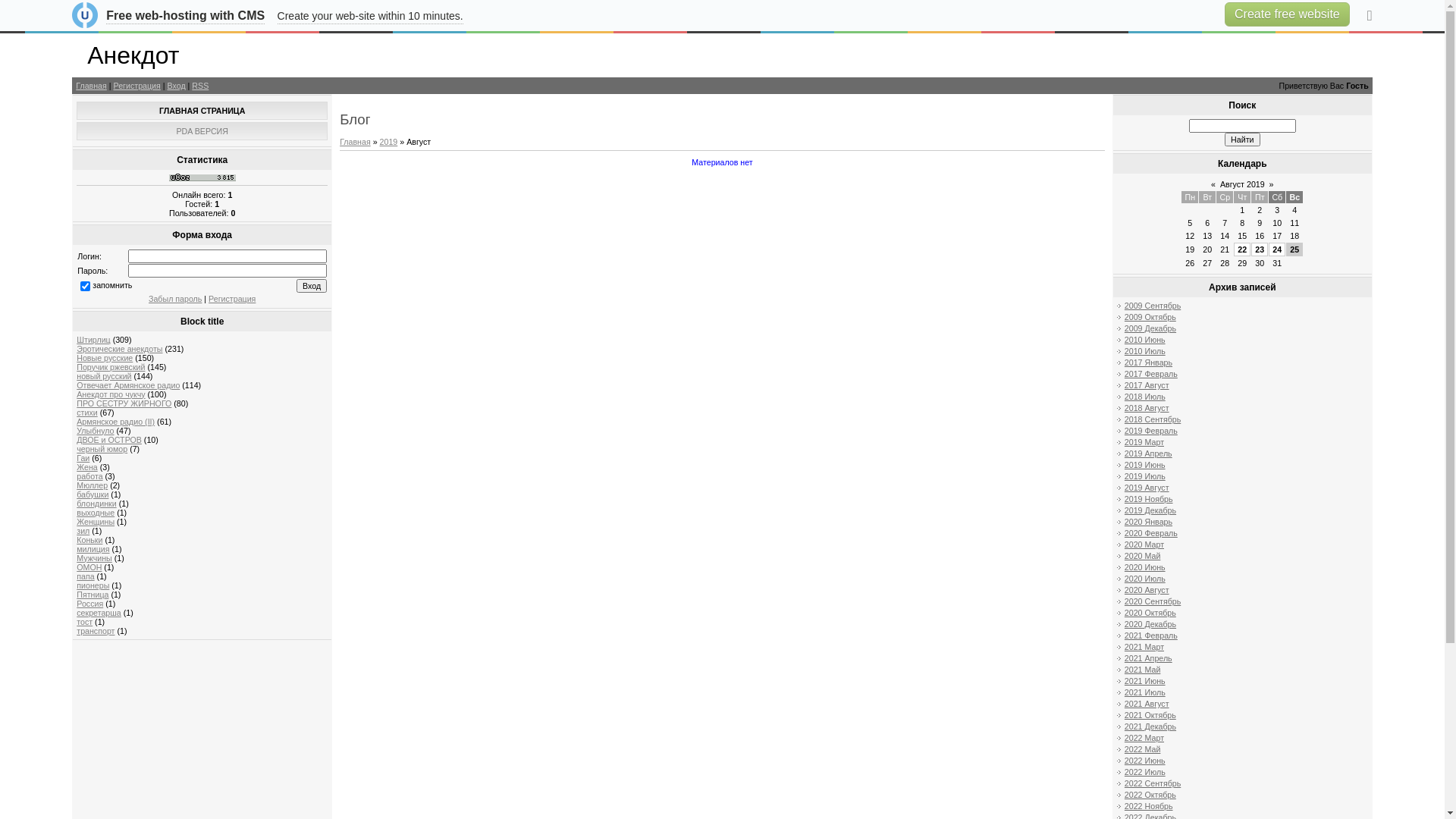 This screenshot has width=1456, height=819. What do you see at coordinates (202, 177) in the screenshot?
I see `'uCoz Counter'` at bounding box center [202, 177].